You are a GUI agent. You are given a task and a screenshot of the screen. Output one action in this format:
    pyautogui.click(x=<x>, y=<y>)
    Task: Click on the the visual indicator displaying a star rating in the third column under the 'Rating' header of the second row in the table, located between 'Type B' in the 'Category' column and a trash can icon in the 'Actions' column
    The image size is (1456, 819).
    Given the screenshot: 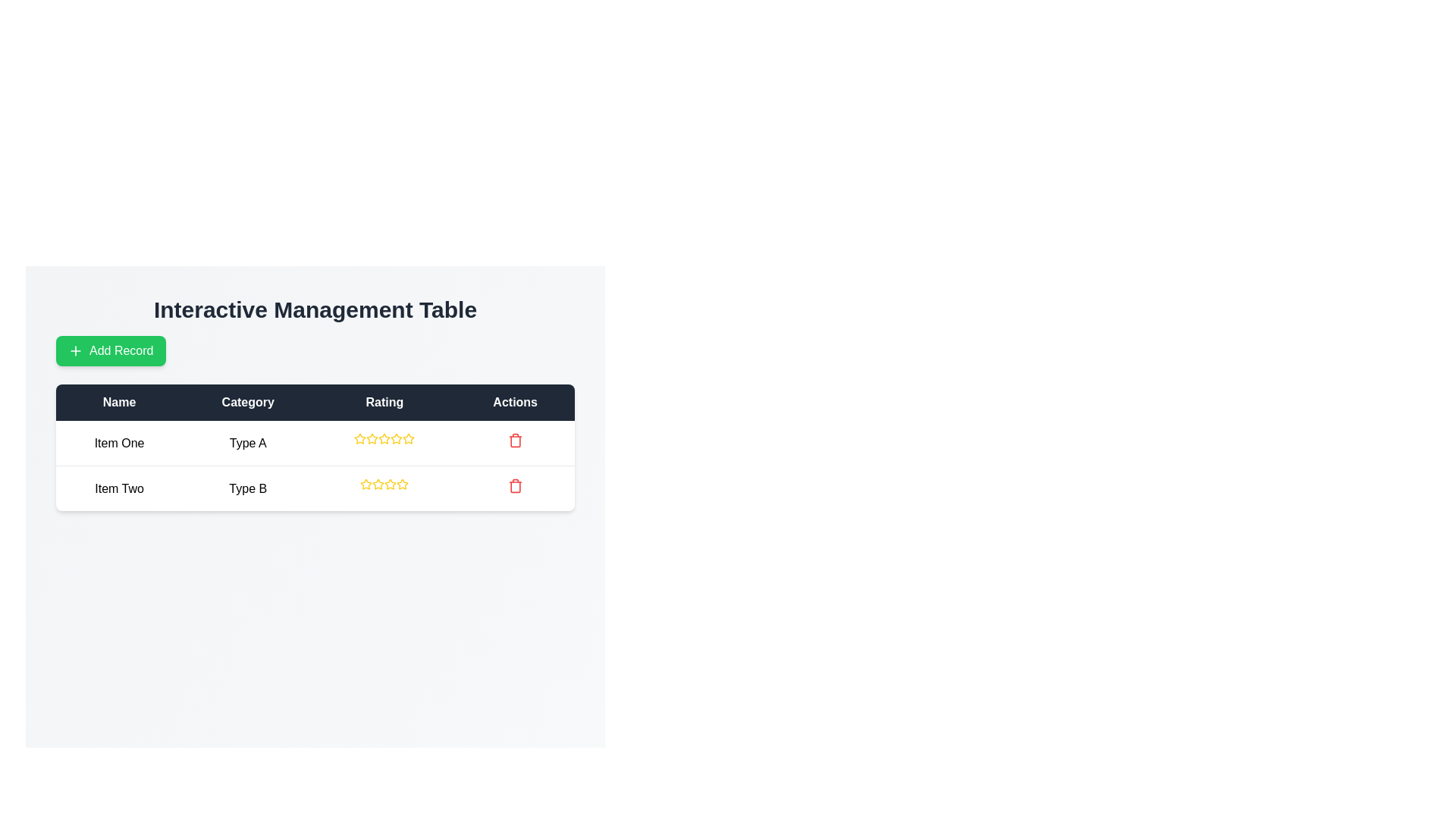 What is the action you would take?
    pyautogui.click(x=384, y=485)
    